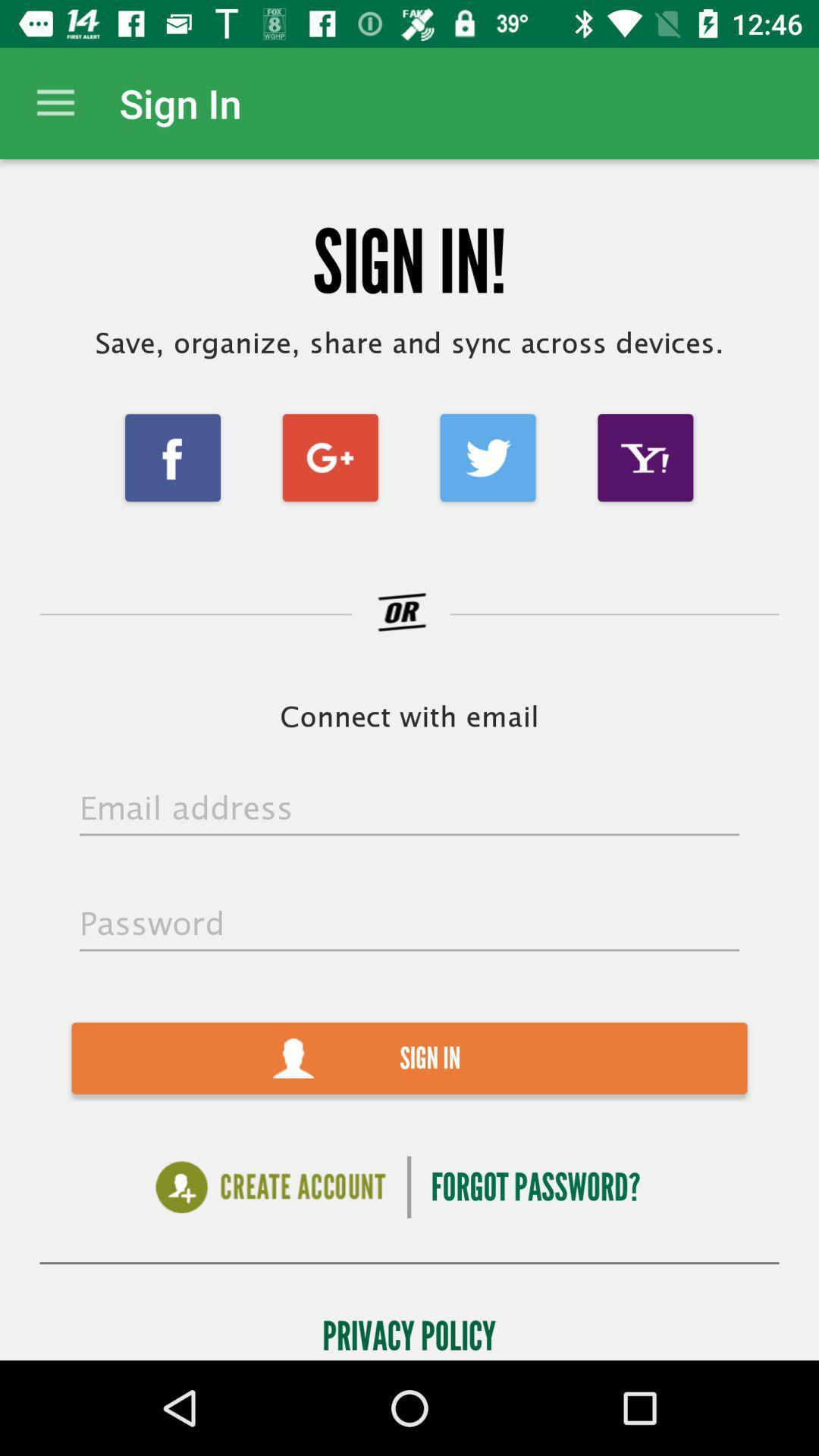 Image resolution: width=819 pixels, height=1456 pixels. What do you see at coordinates (645, 457) in the screenshot?
I see `the icon at the top right corner` at bounding box center [645, 457].